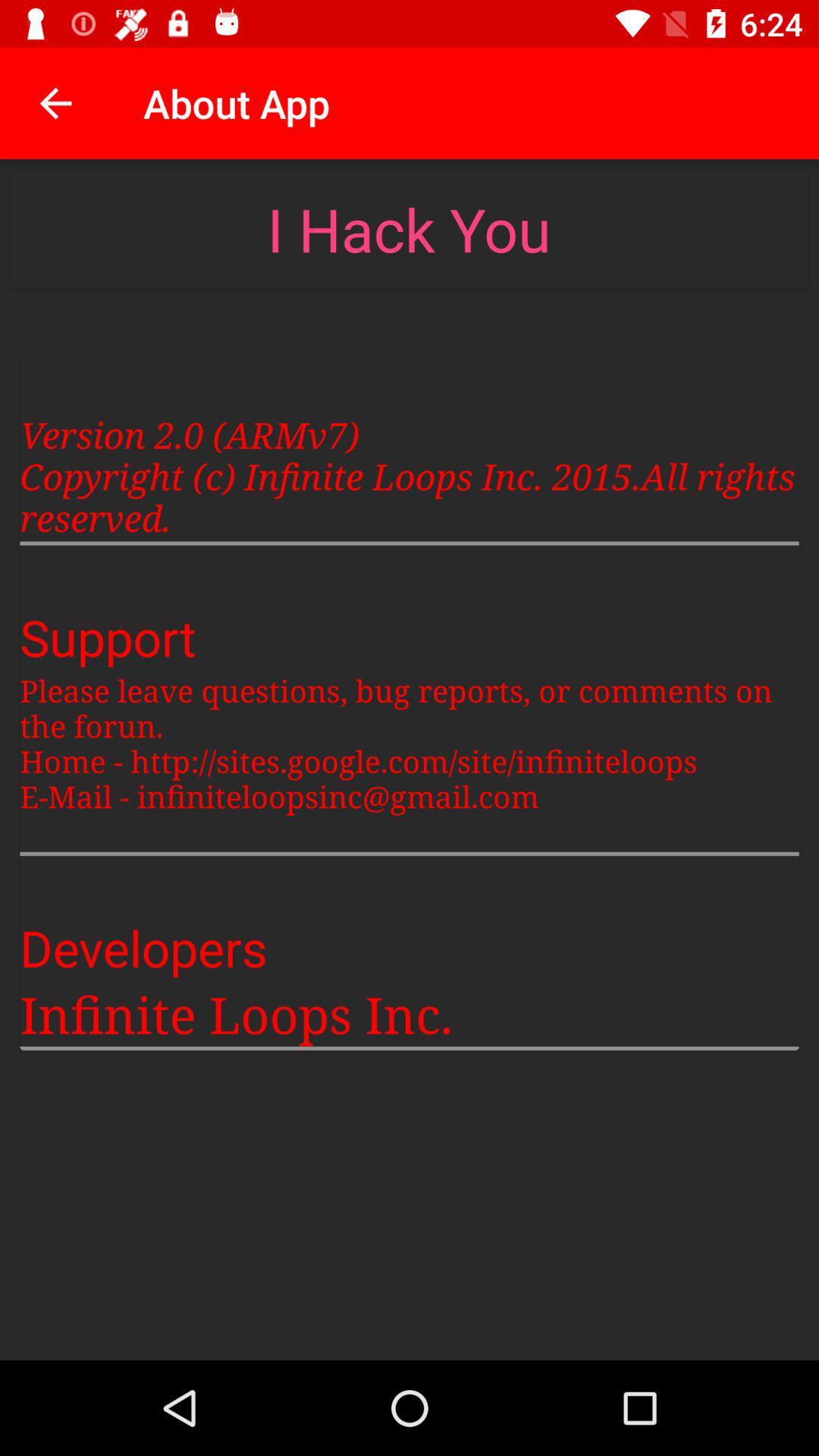 The image size is (819, 1456). Describe the element at coordinates (55, 102) in the screenshot. I see `item next to about app item` at that location.